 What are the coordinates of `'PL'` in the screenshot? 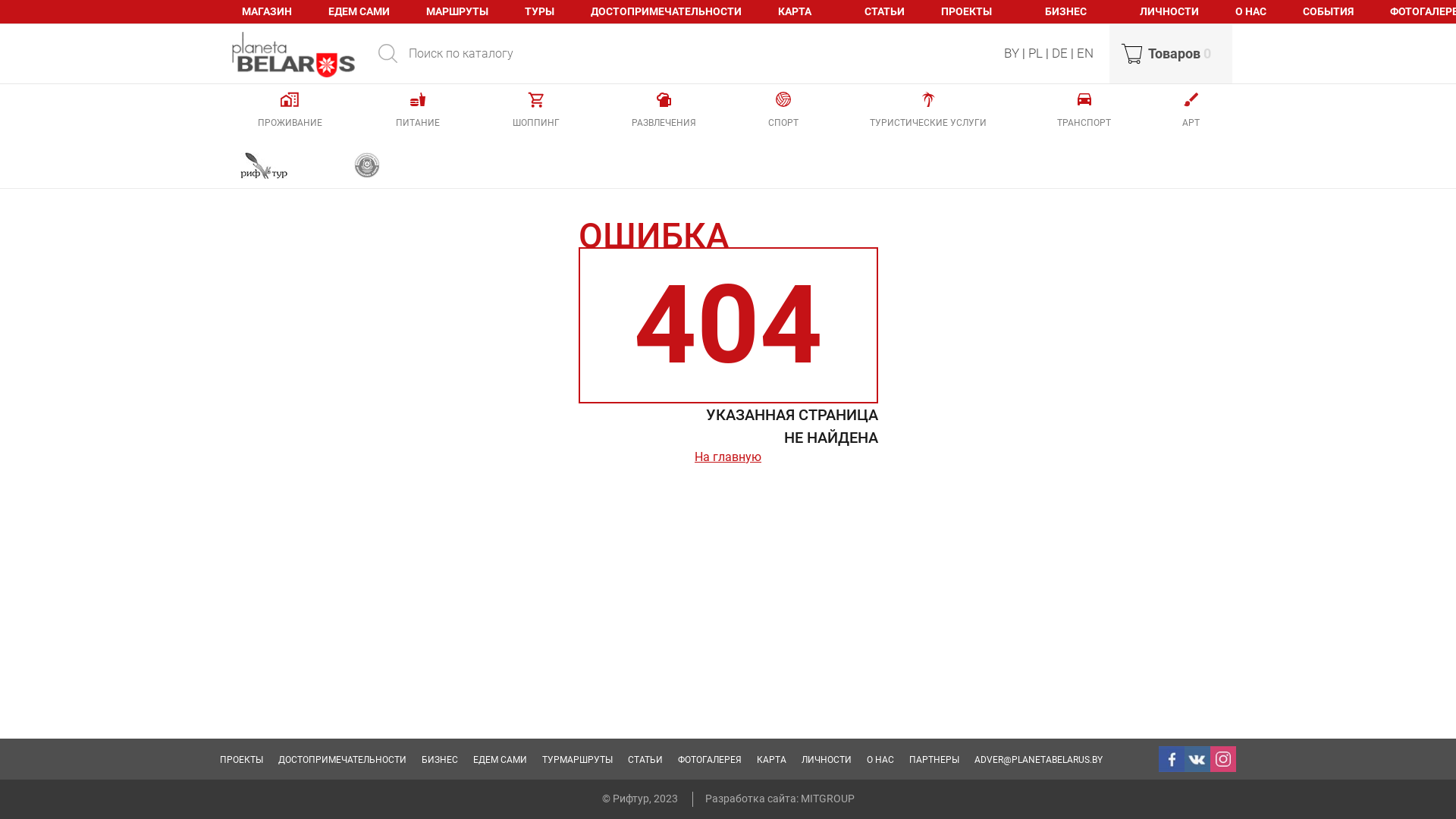 It's located at (1034, 52).